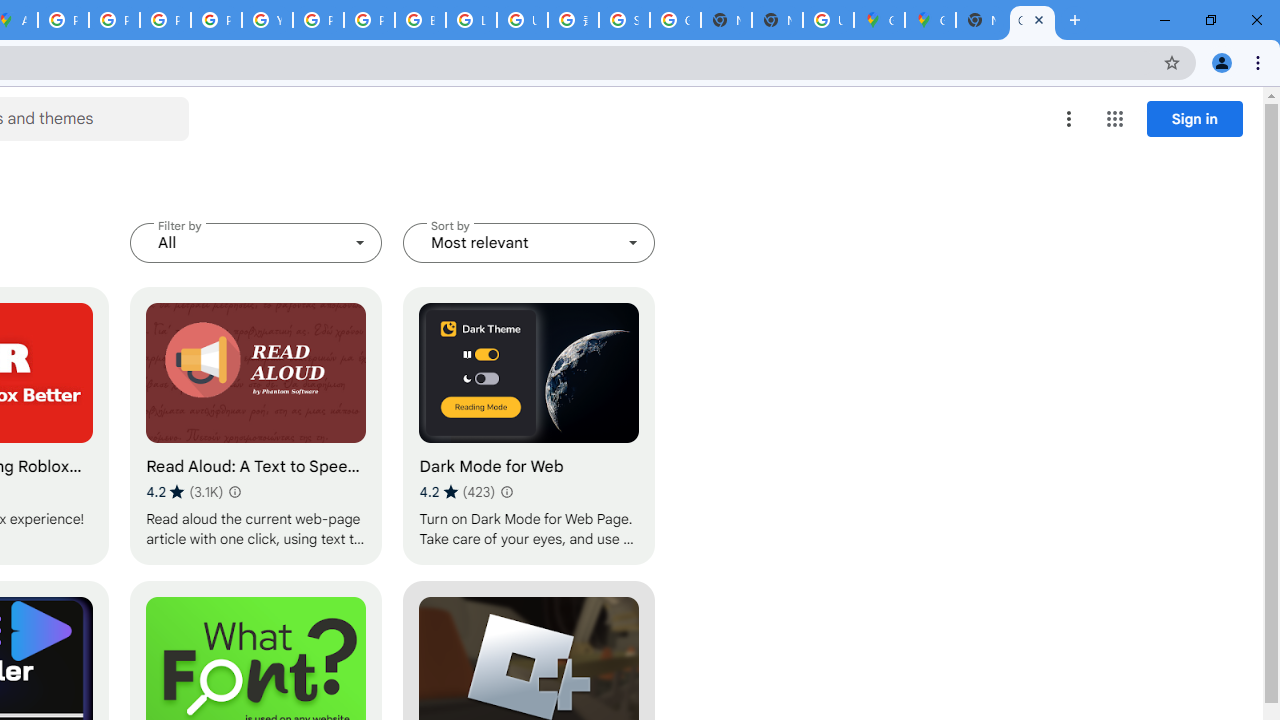  I want to click on 'Learn more about results and reviews "Dark Mode for Web"', so click(506, 492).